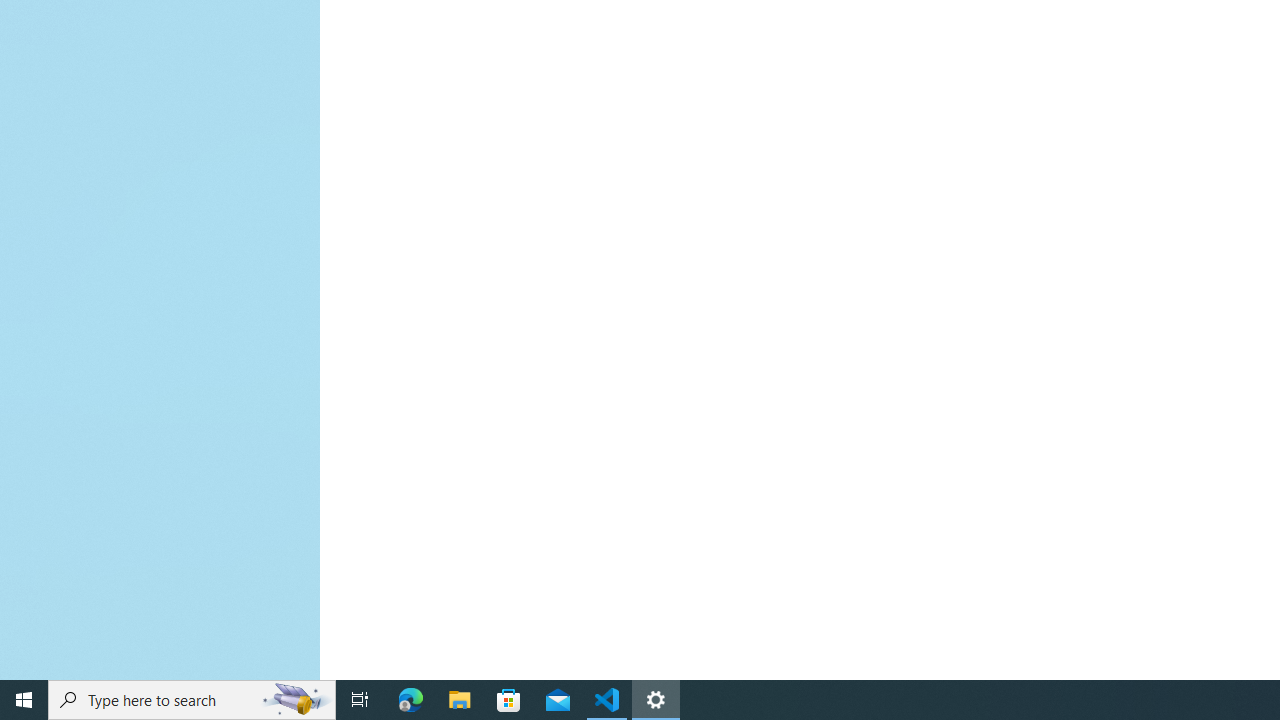 This screenshot has height=720, width=1280. What do you see at coordinates (24, 698) in the screenshot?
I see `'Start'` at bounding box center [24, 698].